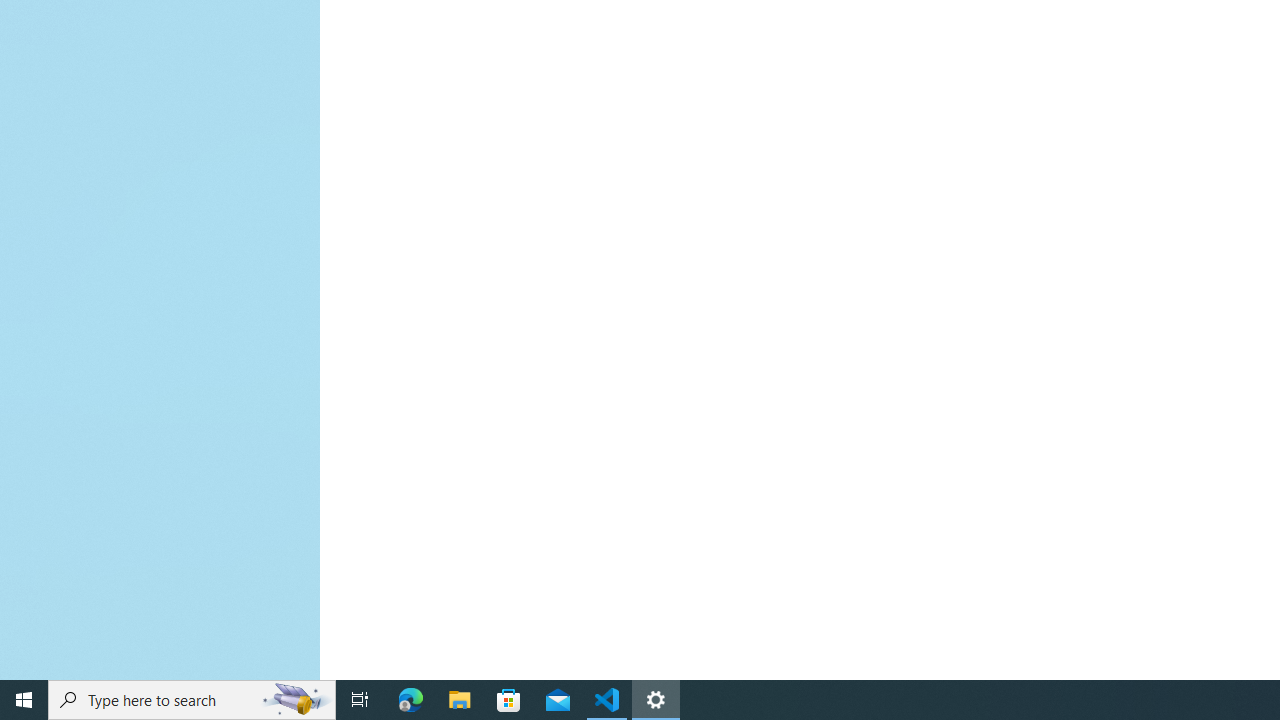 This screenshot has height=720, width=1280. What do you see at coordinates (24, 698) in the screenshot?
I see `'Start'` at bounding box center [24, 698].